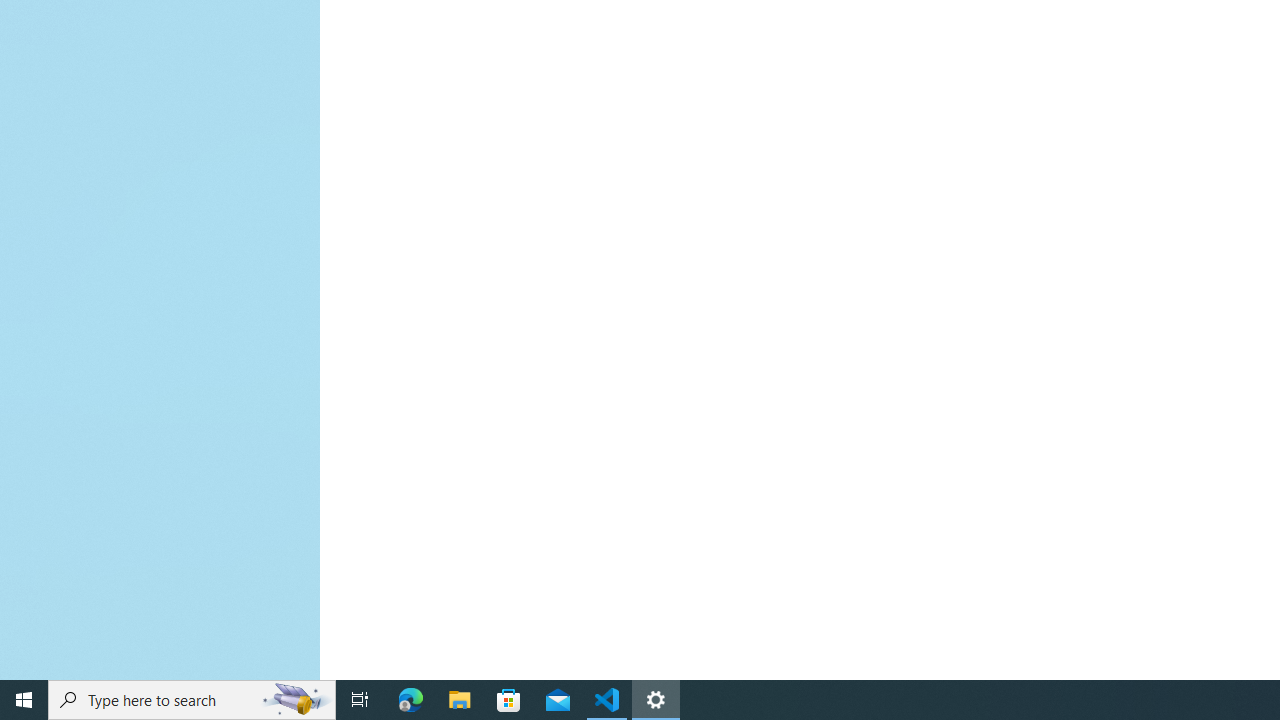 This screenshot has height=720, width=1280. What do you see at coordinates (24, 698) in the screenshot?
I see `'Start'` at bounding box center [24, 698].